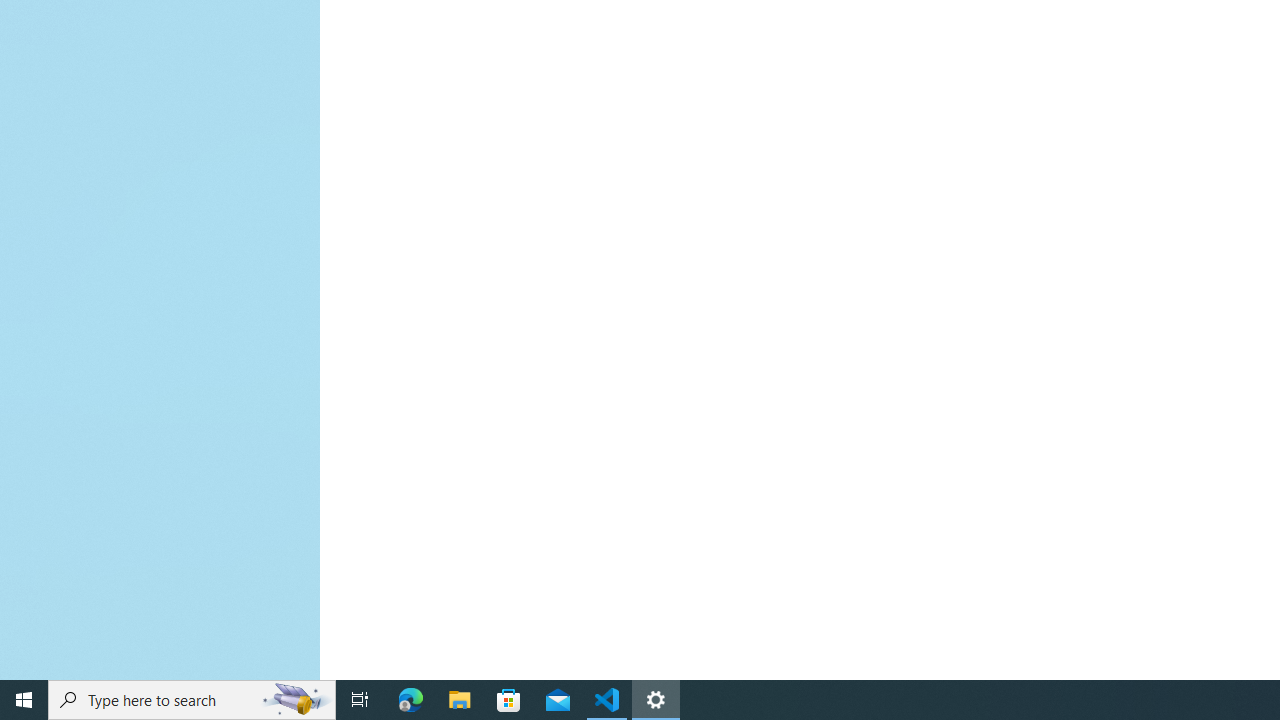 This screenshot has height=720, width=1280. What do you see at coordinates (24, 698) in the screenshot?
I see `'Start'` at bounding box center [24, 698].